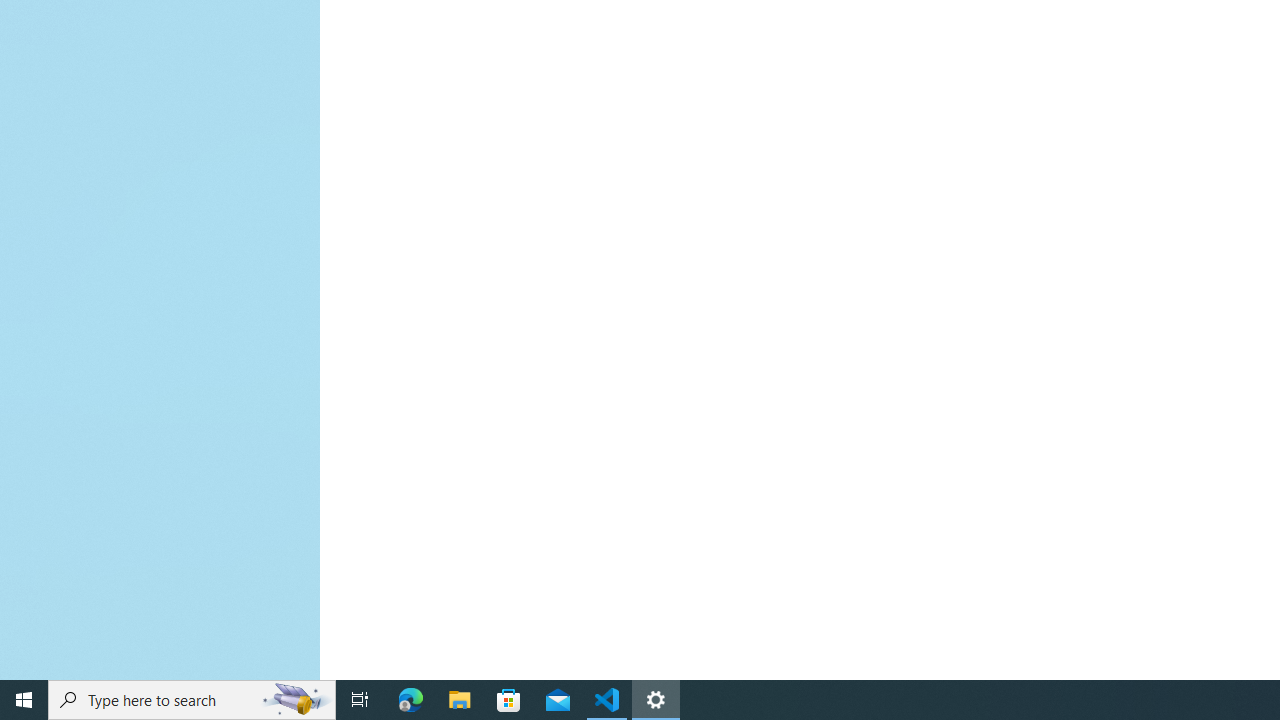 This screenshot has height=720, width=1280. What do you see at coordinates (24, 698) in the screenshot?
I see `'Start'` at bounding box center [24, 698].